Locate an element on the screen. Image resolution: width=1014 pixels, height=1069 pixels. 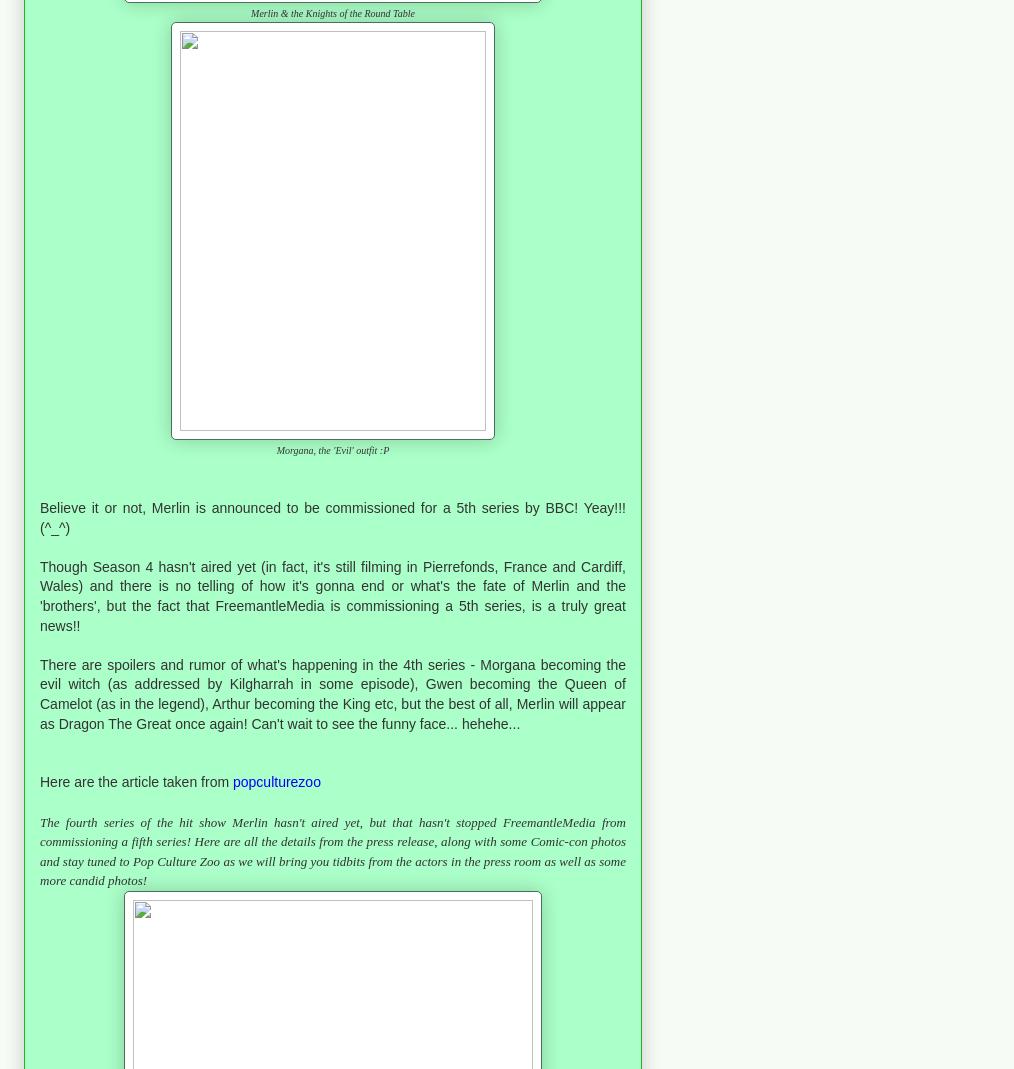
'There are spoilers and rumor of what's happening in the 4th series - Morgana becoming the evil witch (as addressed by Kilgharrah in some episode), Gwen becoming the Queen of Camelot (as in the legend), Arthur becoming the King etc, but the best of all, Merlin will appear as Dragon The Great once again! Can't wait to see the funny face... hehehe...' is located at coordinates (332, 692).